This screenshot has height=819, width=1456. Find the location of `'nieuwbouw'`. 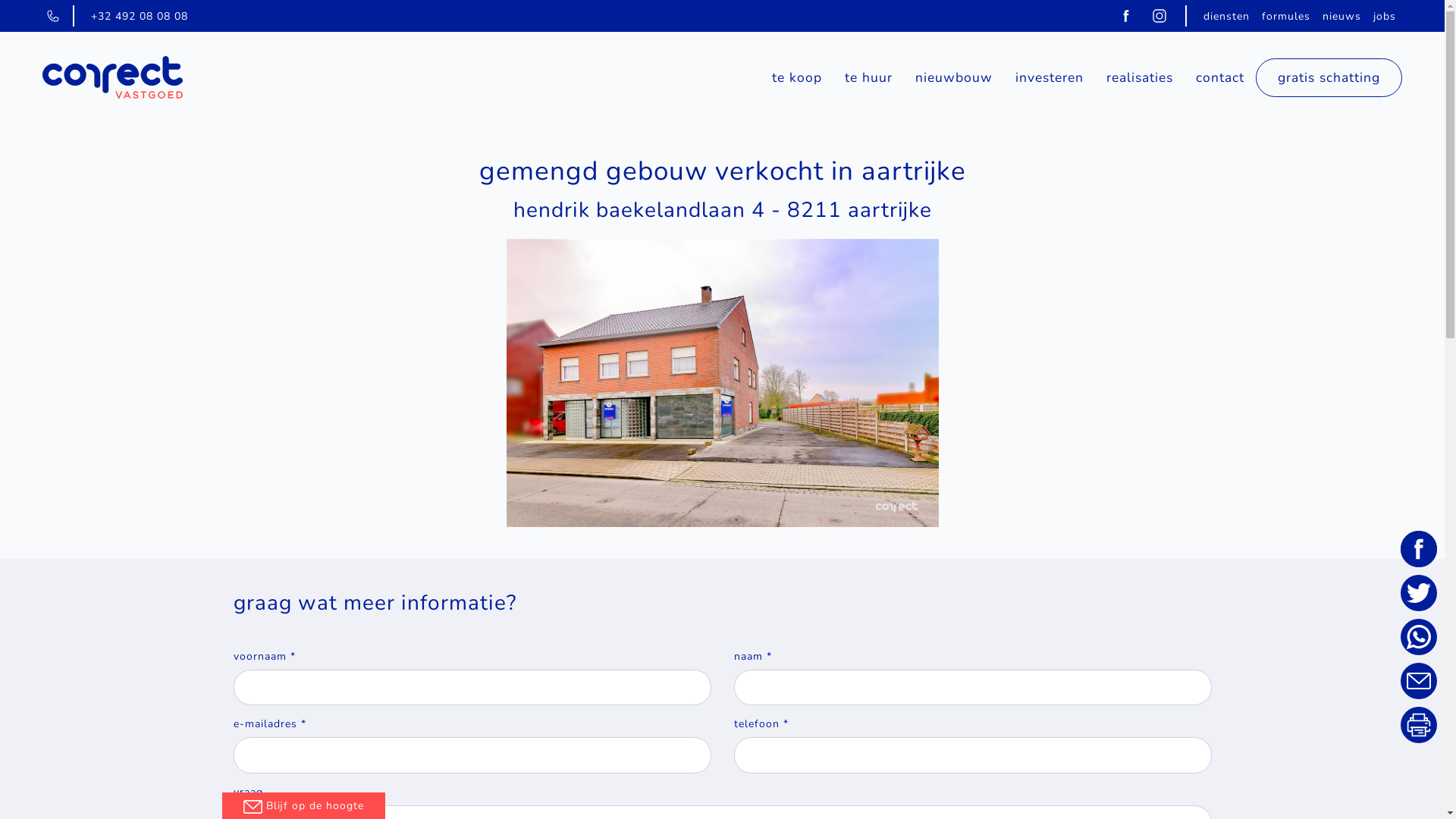

'nieuwbouw' is located at coordinates (952, 77).